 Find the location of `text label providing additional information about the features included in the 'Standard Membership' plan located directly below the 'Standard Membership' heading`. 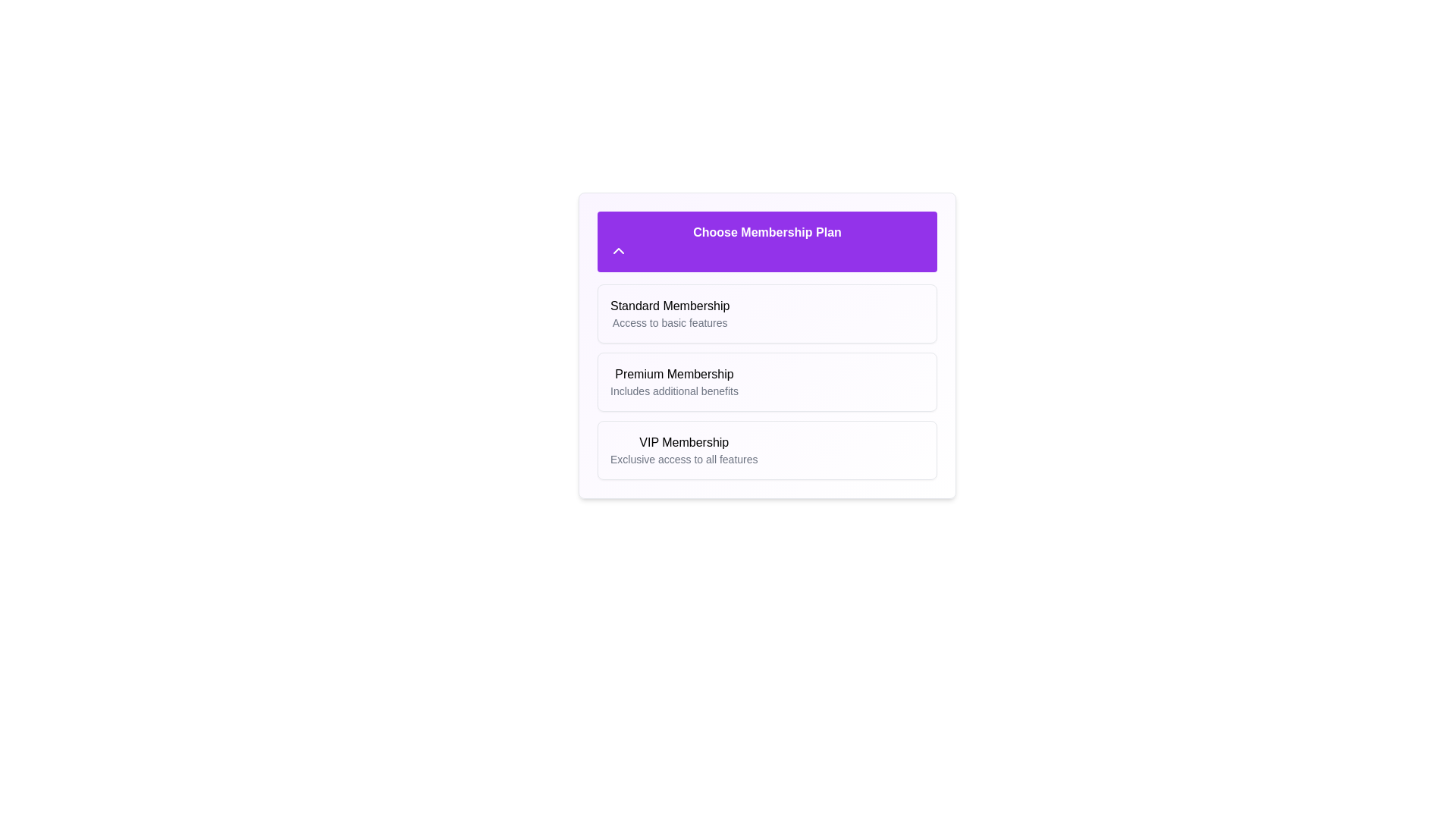

text label providing additional information about the features included in the 'Standard Membership' plan located directly below the 'Standard Membership' heading is located at coordinates (669, 322).